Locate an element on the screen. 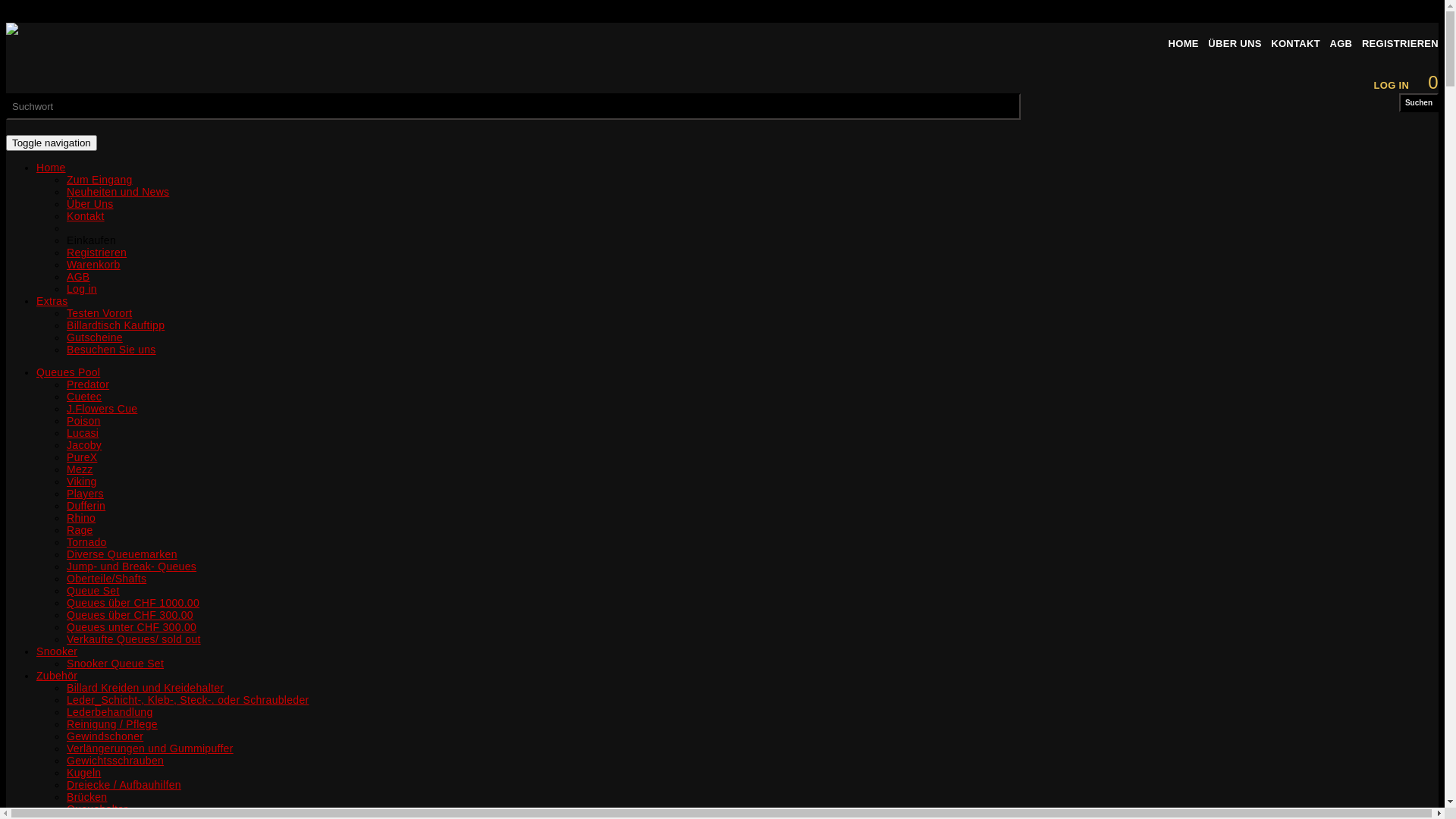 The width and height of the screenshot is (1456, 819). 'Predator' is located at coordinates (65, 383).